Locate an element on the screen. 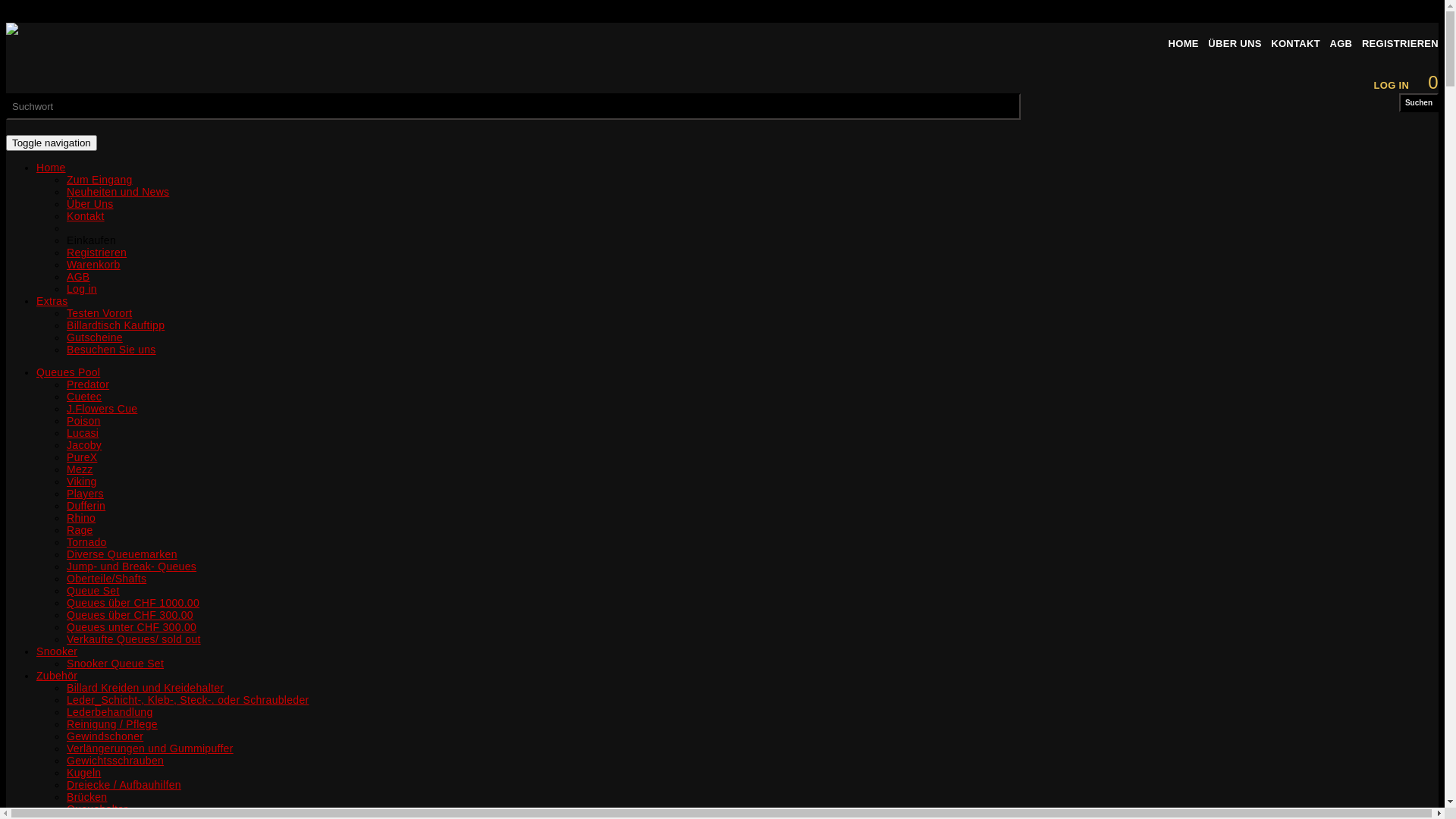 The width and height of the screenshot is (1456, 819). 'Predator' is located at coordinates (65, 383).